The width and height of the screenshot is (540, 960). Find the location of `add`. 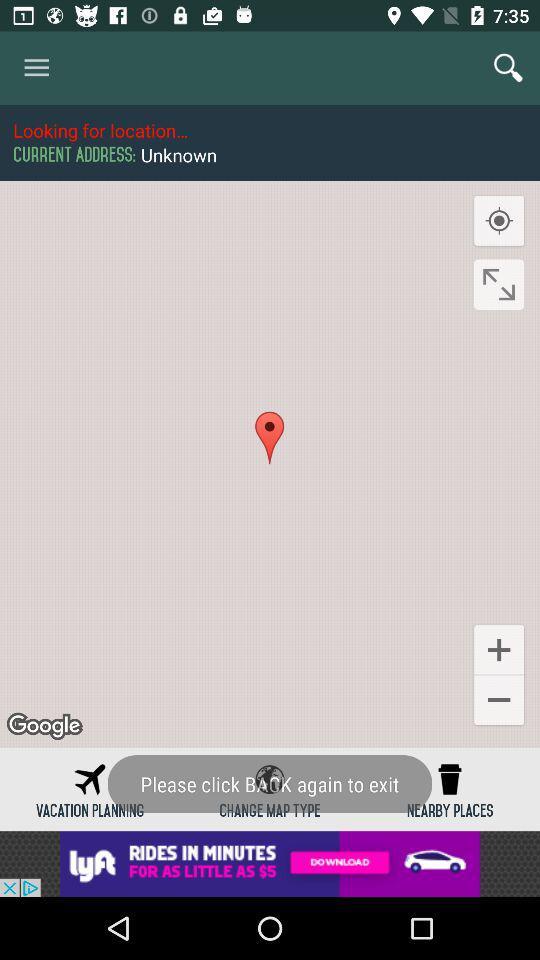

add is located at coordinates (270, 863).